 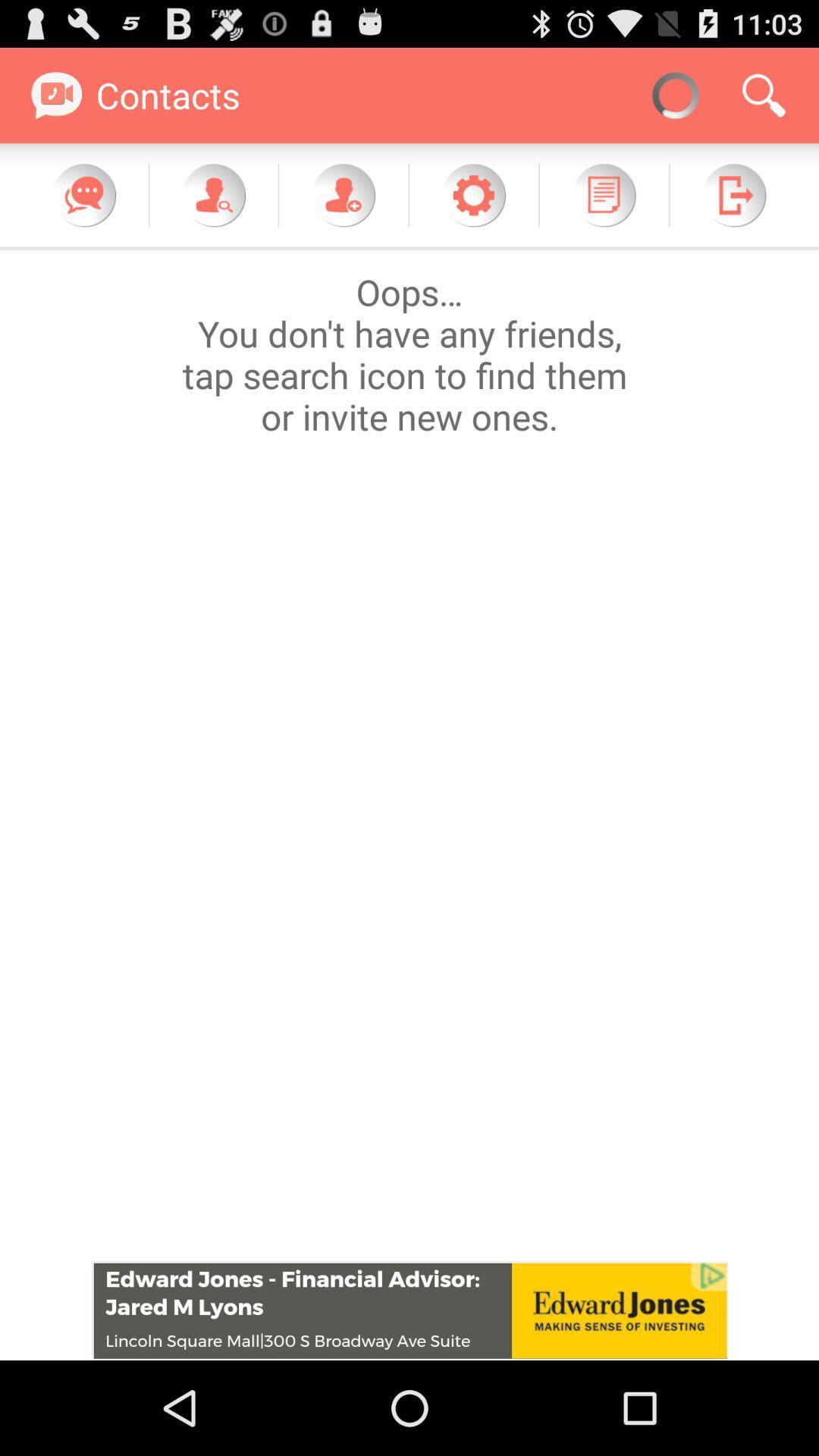 I want to click on the settings icon, so click(x=472, y=208).